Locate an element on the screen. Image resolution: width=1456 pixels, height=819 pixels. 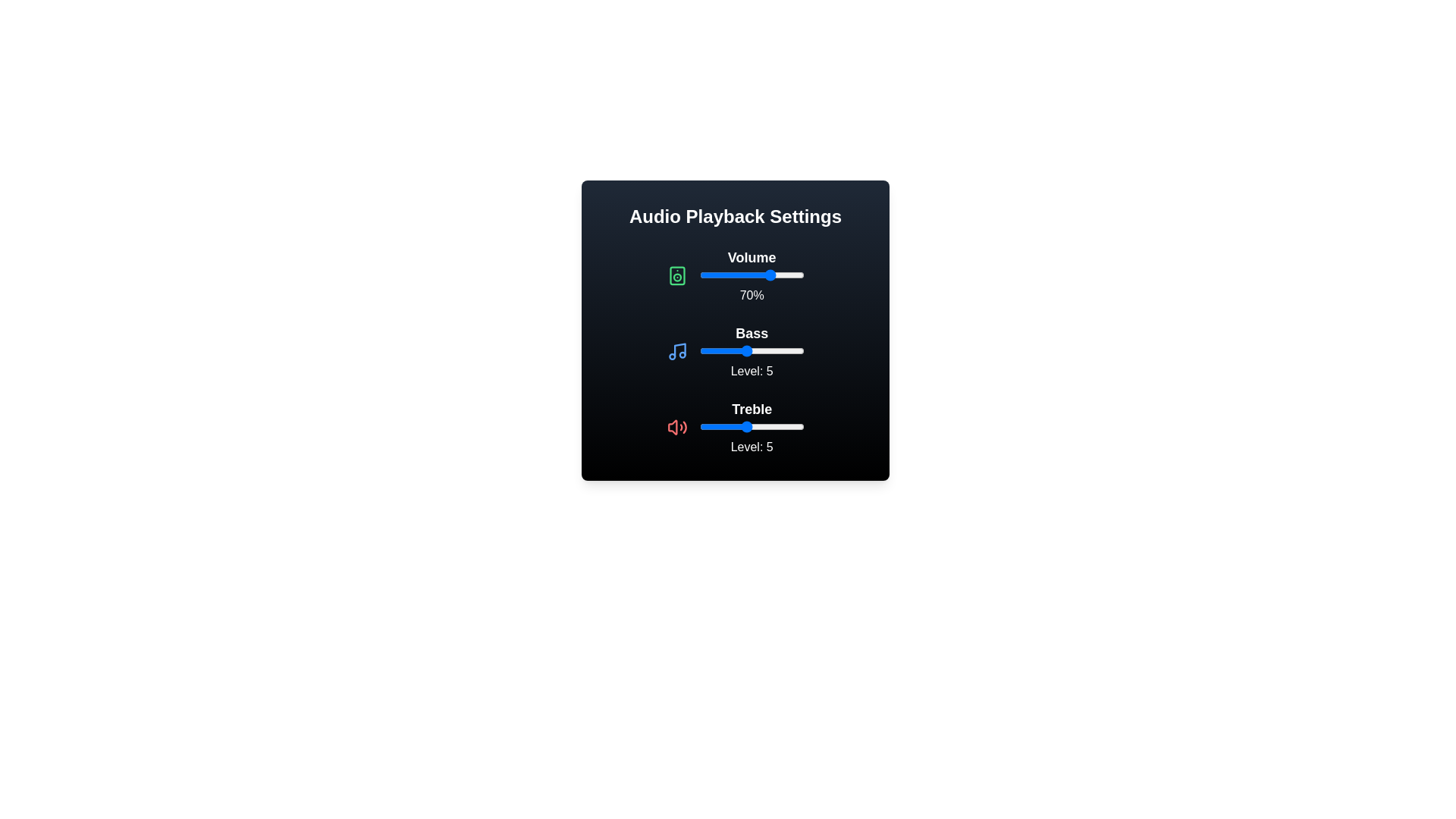
treble level is located at coordinates (711, 427).